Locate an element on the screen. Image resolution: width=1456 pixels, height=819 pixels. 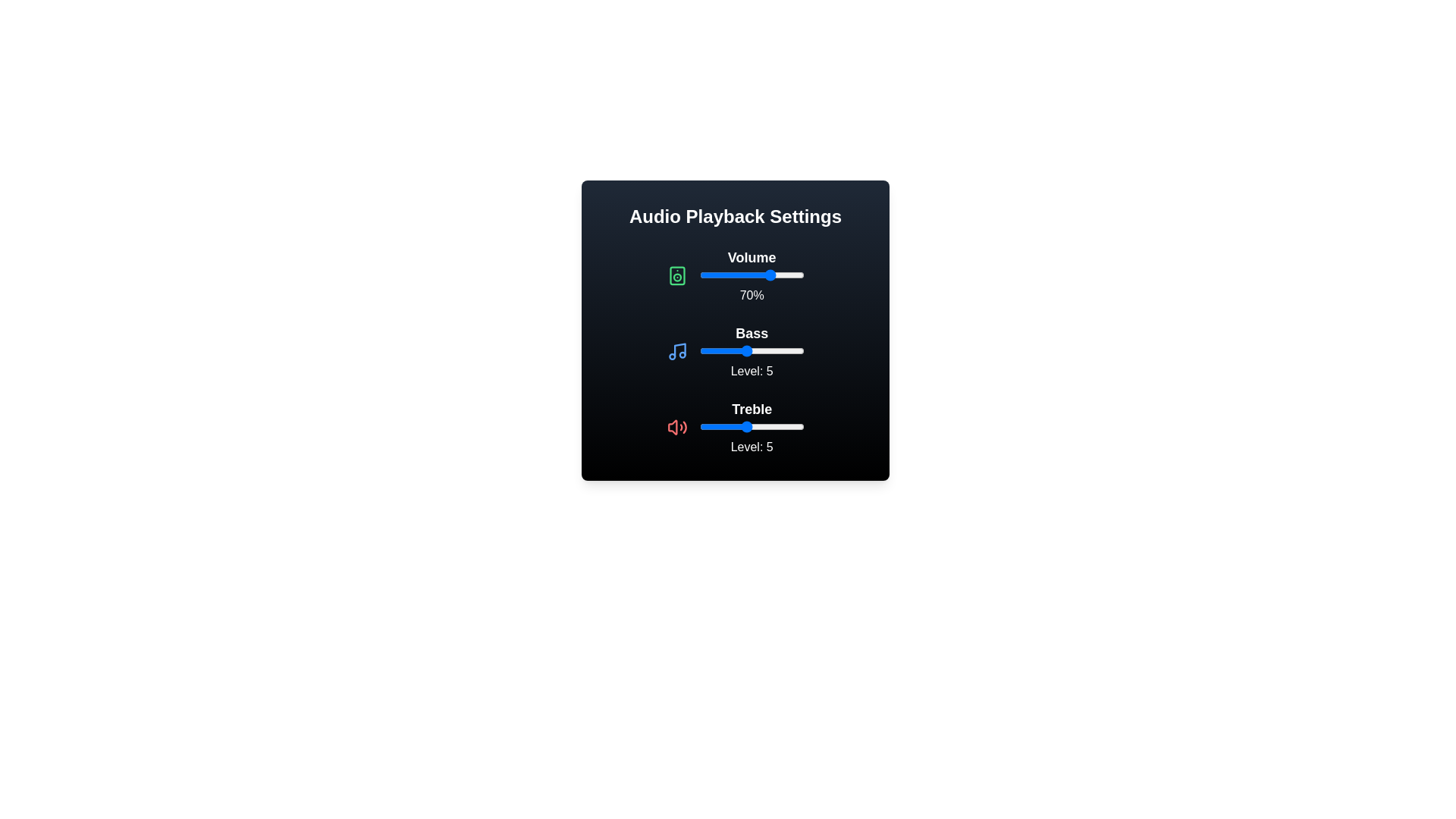
treble level is located at coordinates (711, 427).